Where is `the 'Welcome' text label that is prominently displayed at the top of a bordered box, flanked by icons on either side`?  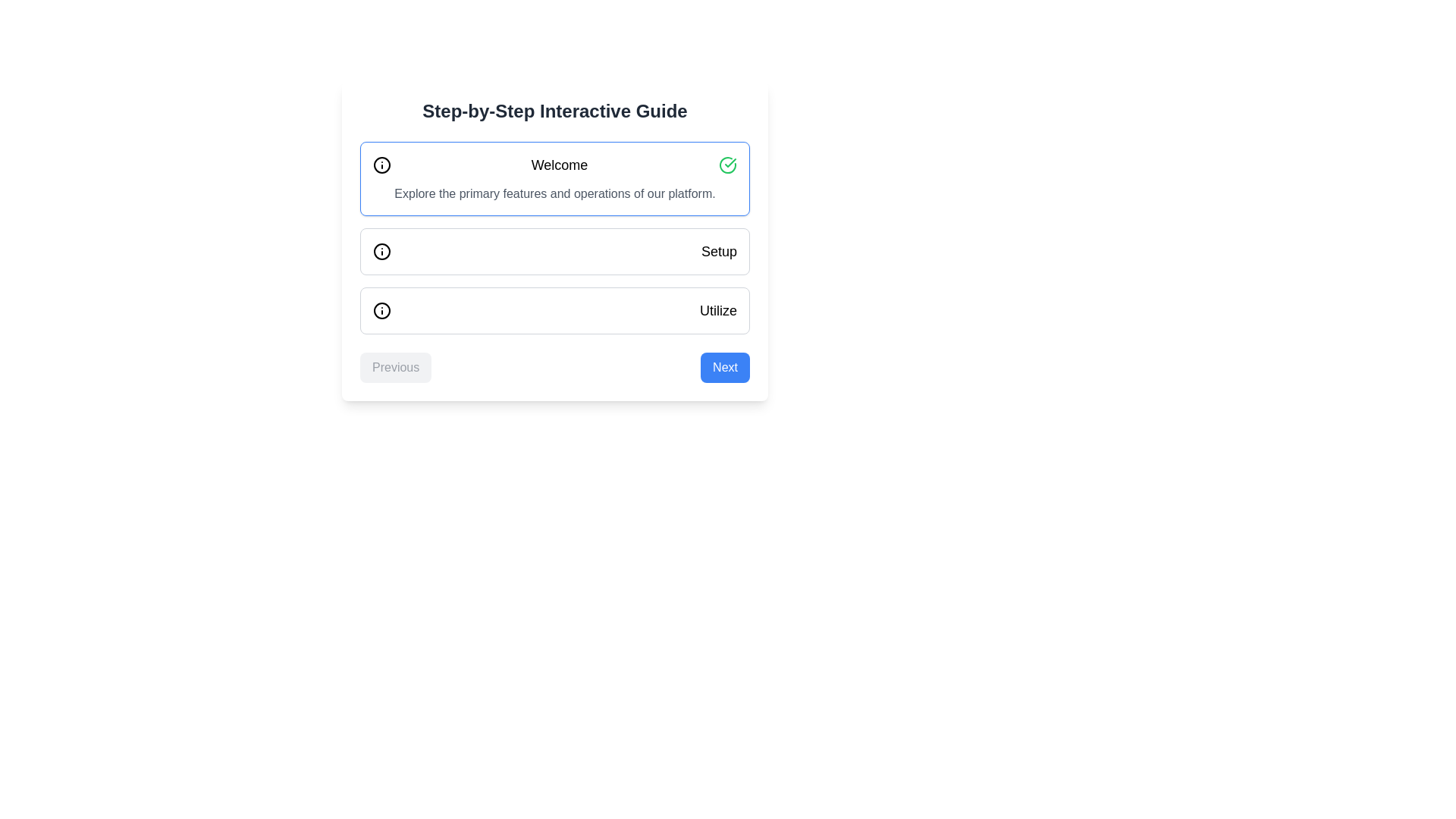 the 'Welcome' text label that is prominently displayed at the top of a bordered box, flanked by icons on either side is located at coordinates (554, 165).